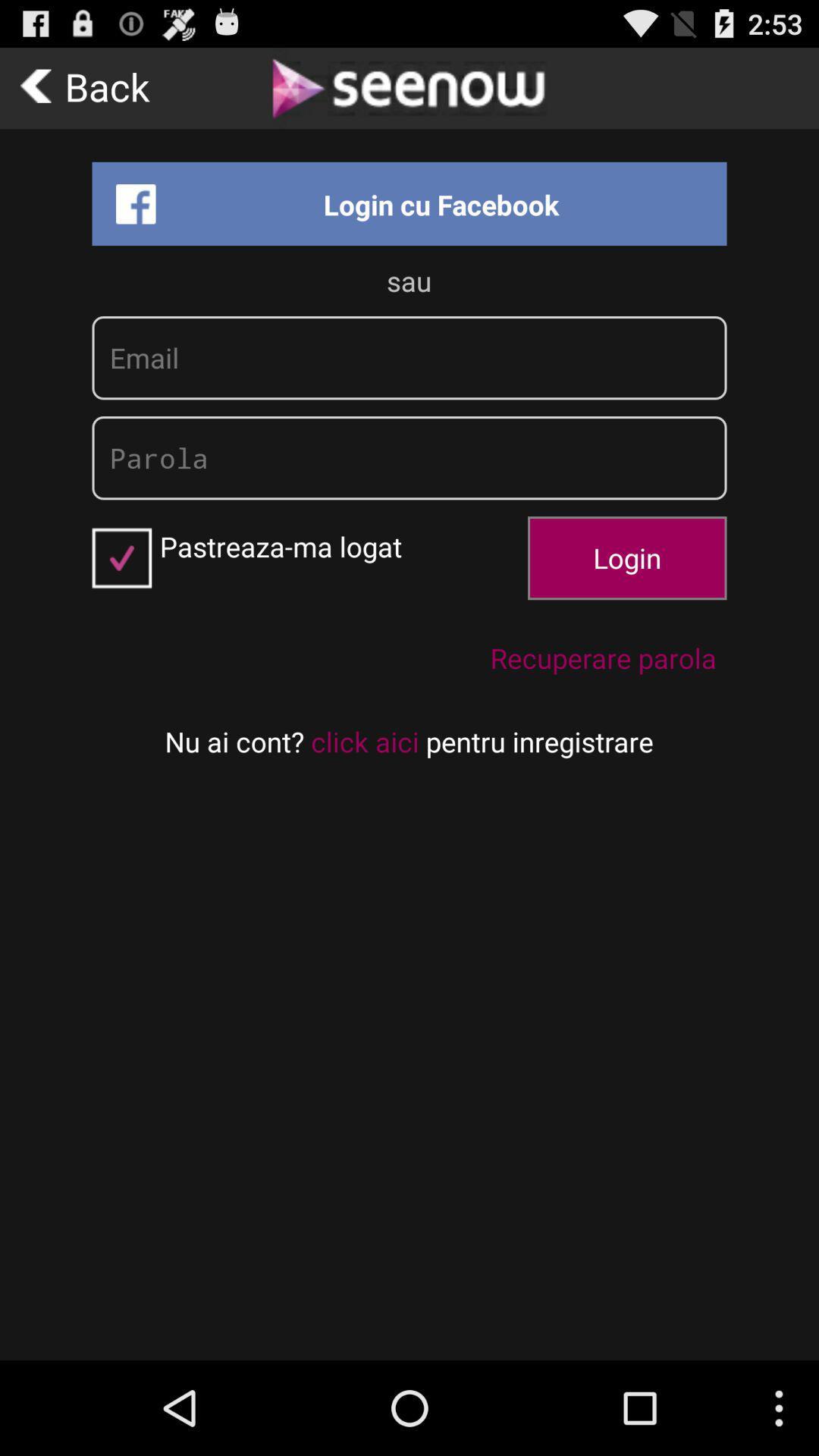  What do you see at coordinates (409, 356) in the screenshot?
I see `the text field email on the web page` at bounding box center [409, 356].